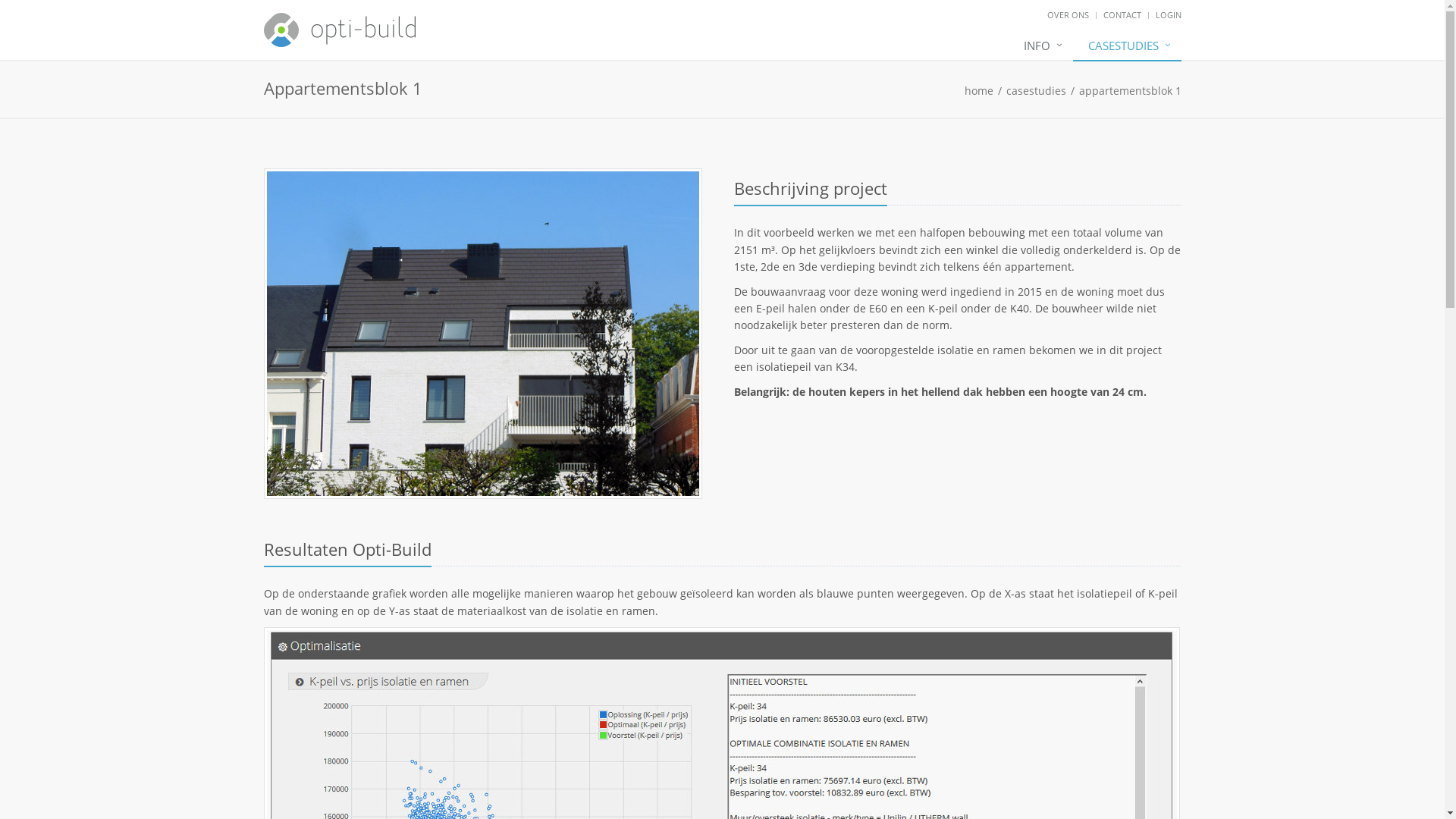  I want to click on 'casestudies', so click(1034, 90).